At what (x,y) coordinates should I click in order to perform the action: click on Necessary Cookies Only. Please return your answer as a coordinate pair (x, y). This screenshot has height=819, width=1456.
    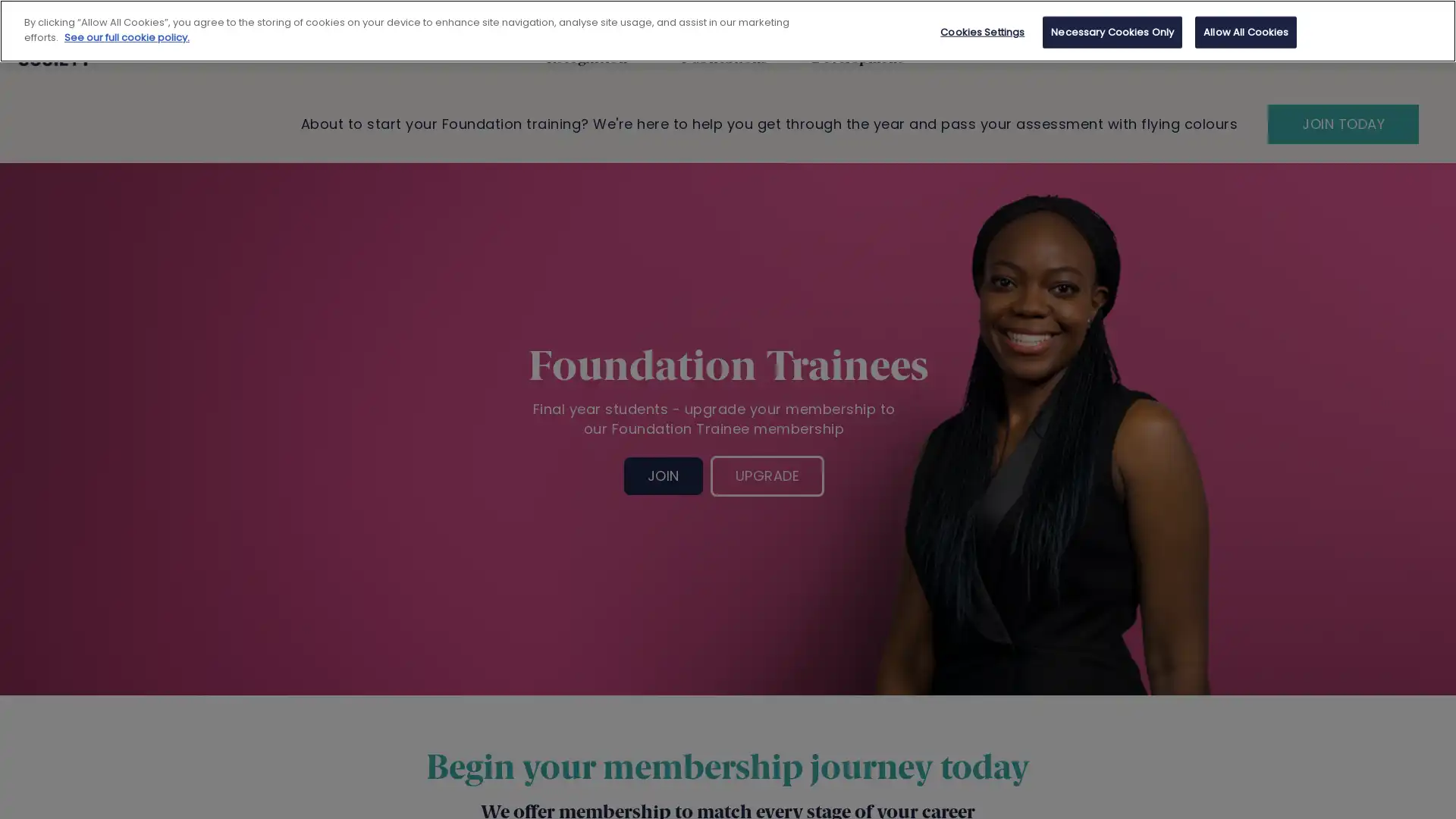
    Looking at the image, I should click on (1112, 32).